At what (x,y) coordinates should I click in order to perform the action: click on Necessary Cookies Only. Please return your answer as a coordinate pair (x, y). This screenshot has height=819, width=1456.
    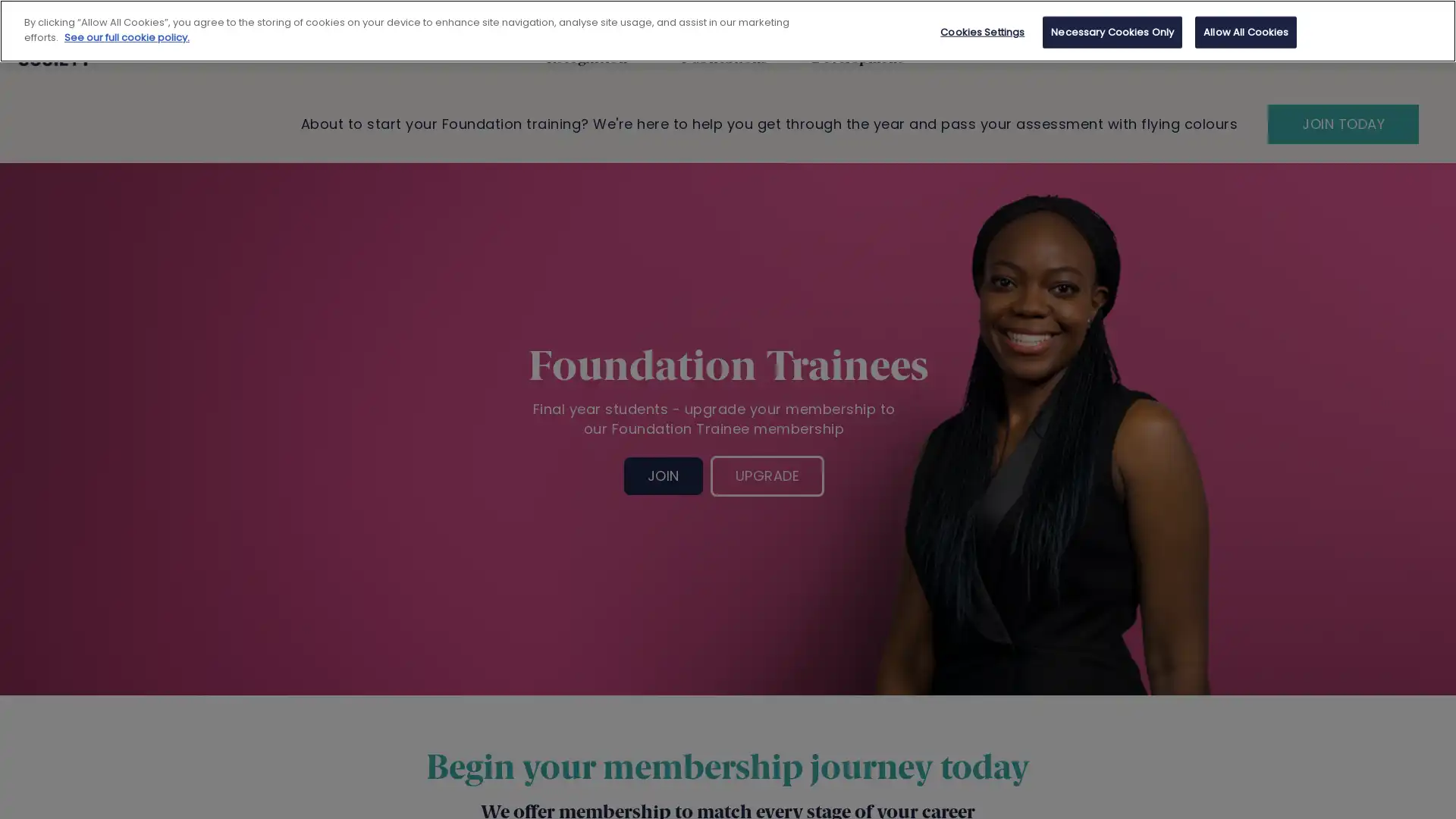
    Looking at the image, I should click on (1112, 32).